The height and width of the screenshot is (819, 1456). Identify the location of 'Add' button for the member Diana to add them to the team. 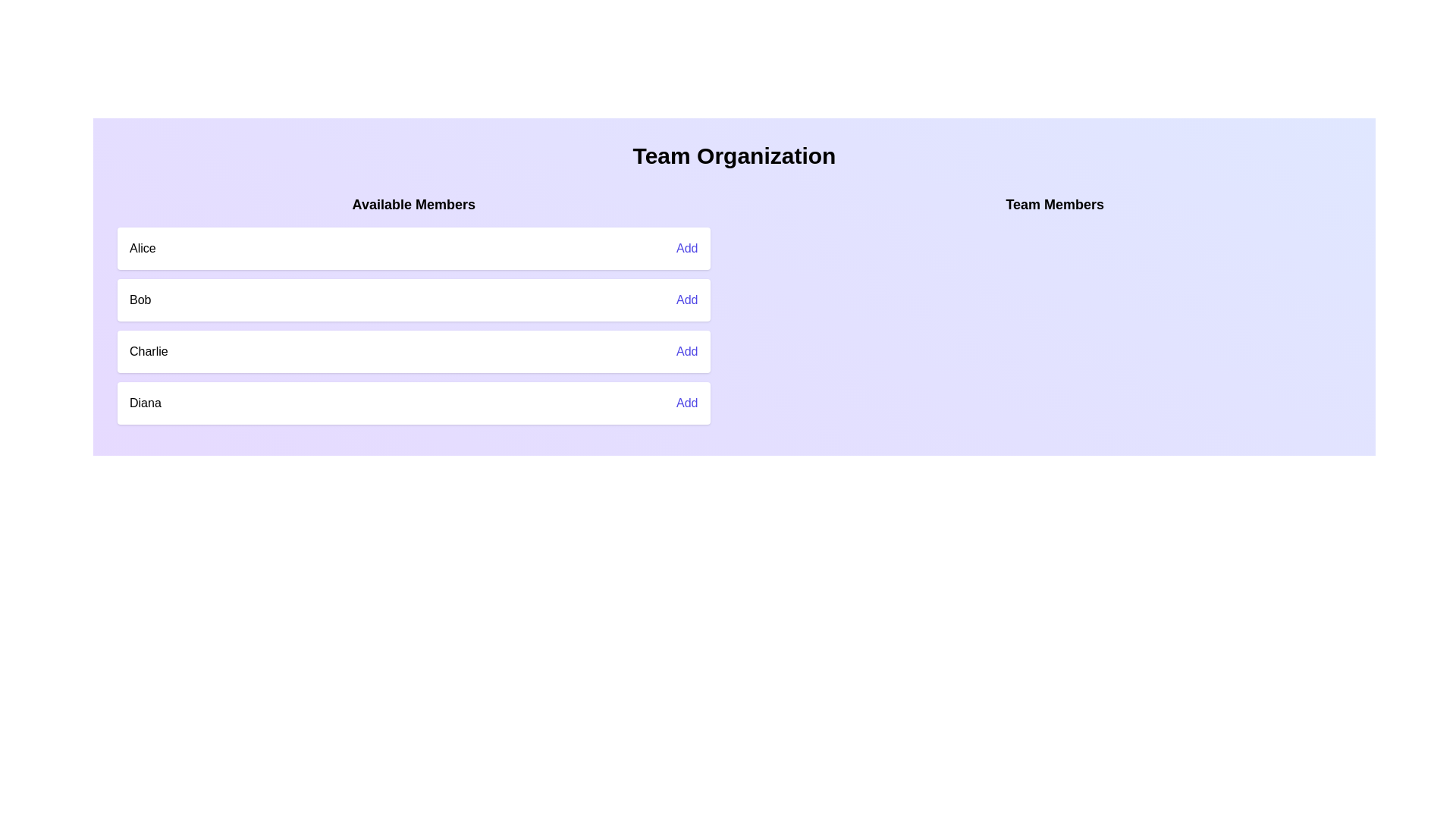
(686, 403).